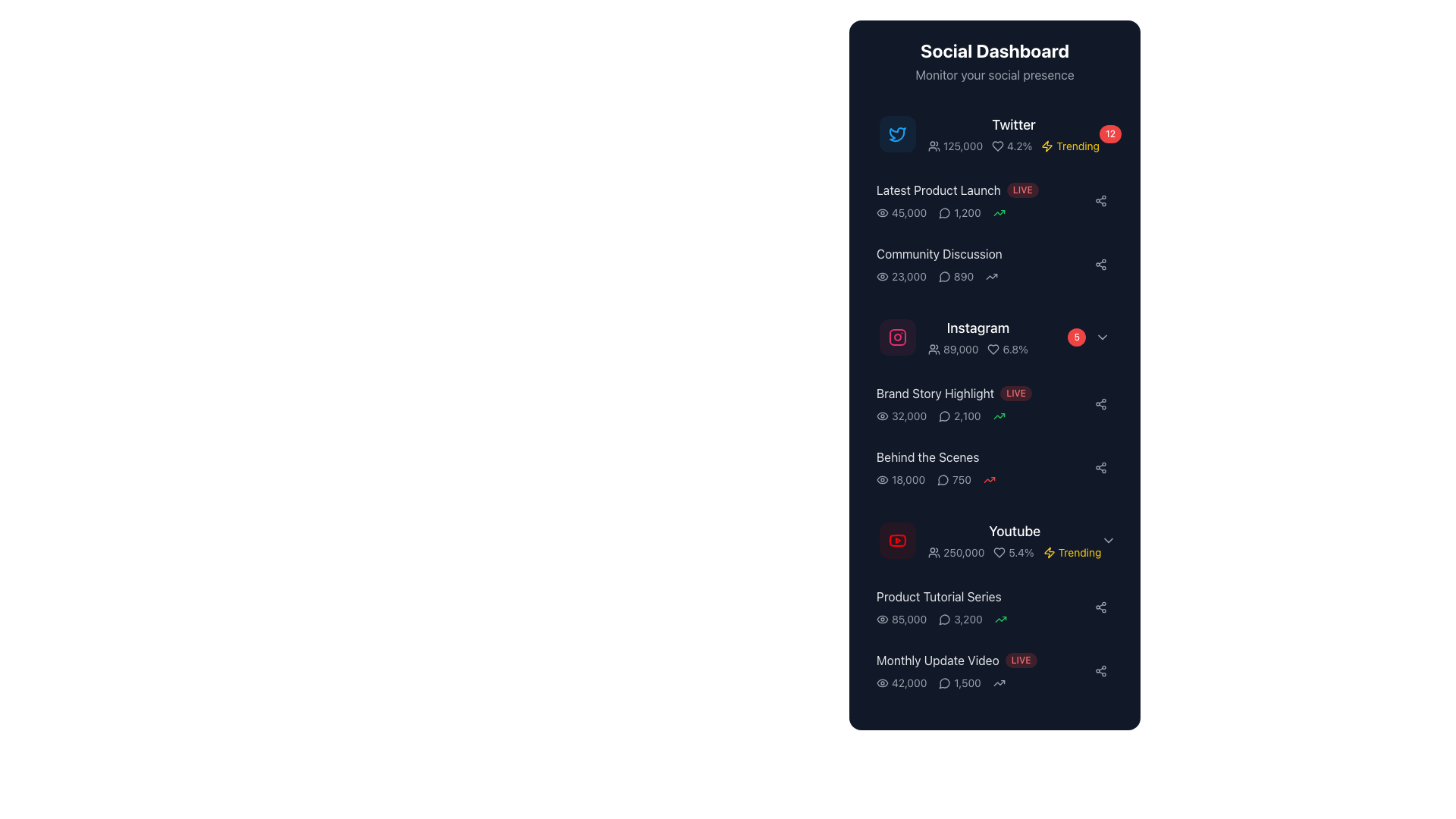 The height and width of the screenshot is (819, 1456). Describe the element at coordinates (959, 213) in the screenshot. I see `the Text with icon that shows the number of comments, discussions, or engagements on the associated social media post, located in the 'Latest Product Launch' subsection under 'Social Dashboard'` at that location.